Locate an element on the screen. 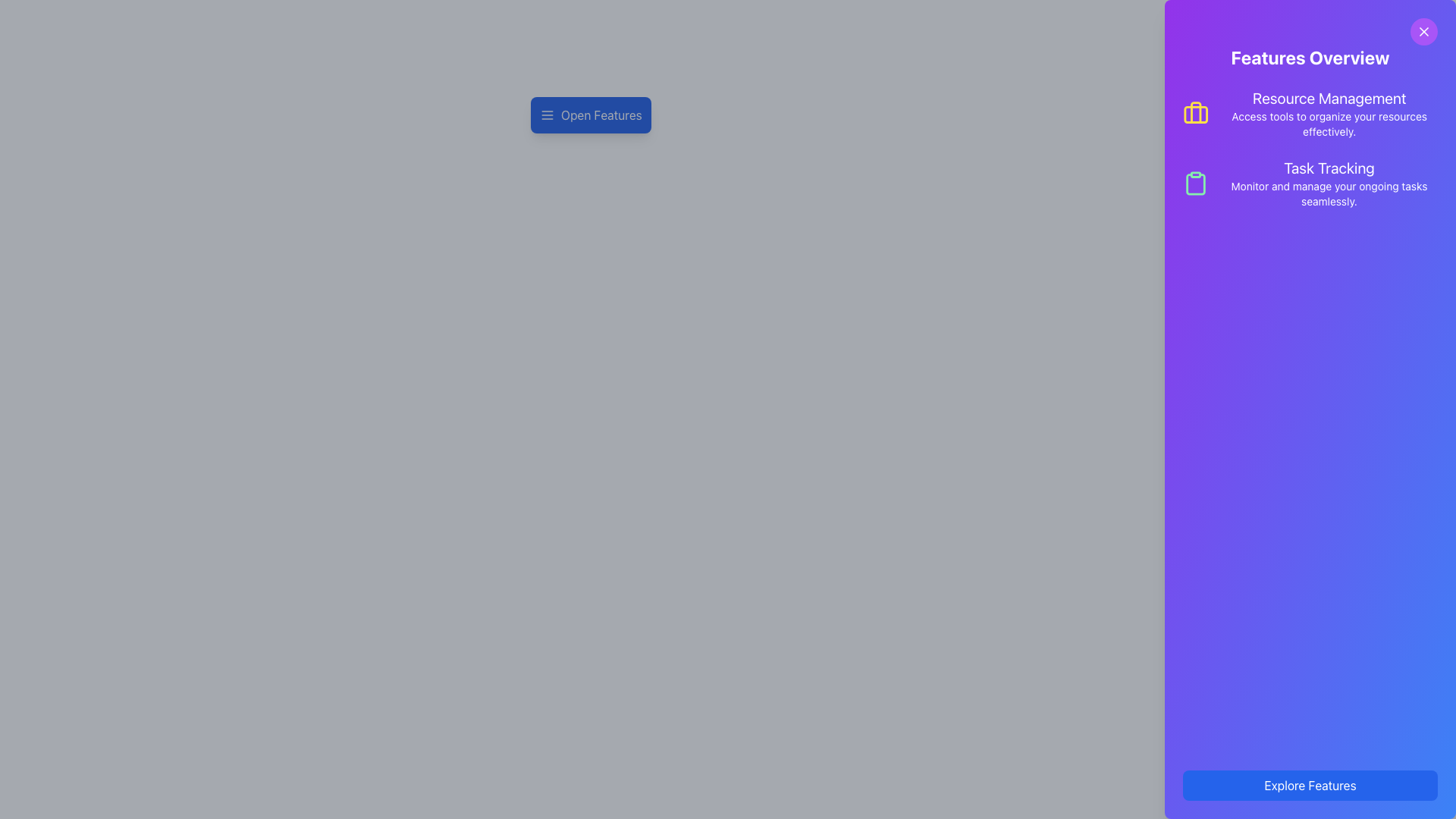 This screenshot has width=1456, height=819. the vertical line handle of the suitcase icon, which is located near the top of the purple panel adjacent to the 'Resource Management' text is located at coordinates (1195, 111).